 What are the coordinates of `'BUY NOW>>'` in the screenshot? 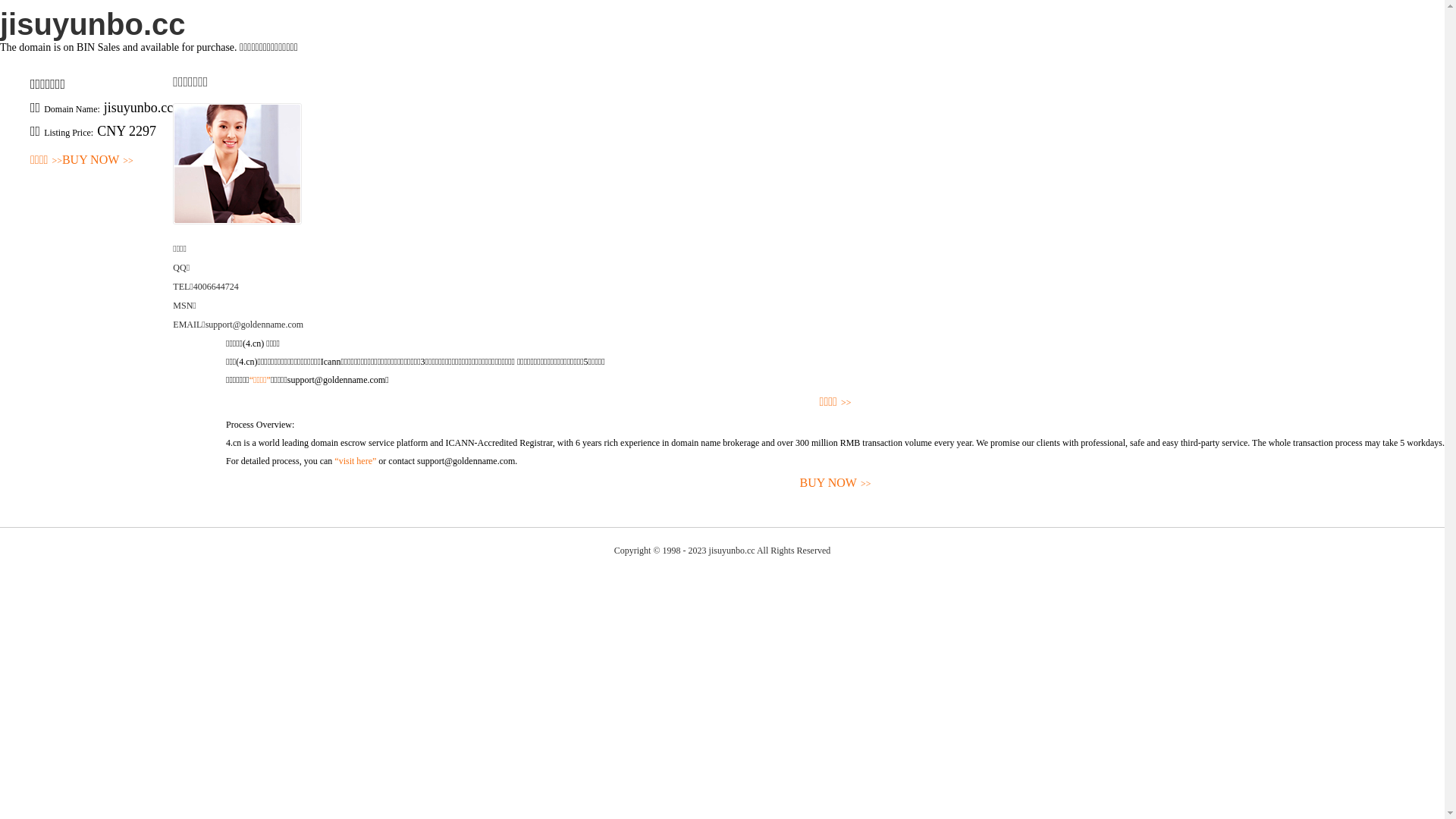 It's located at (97, 160).